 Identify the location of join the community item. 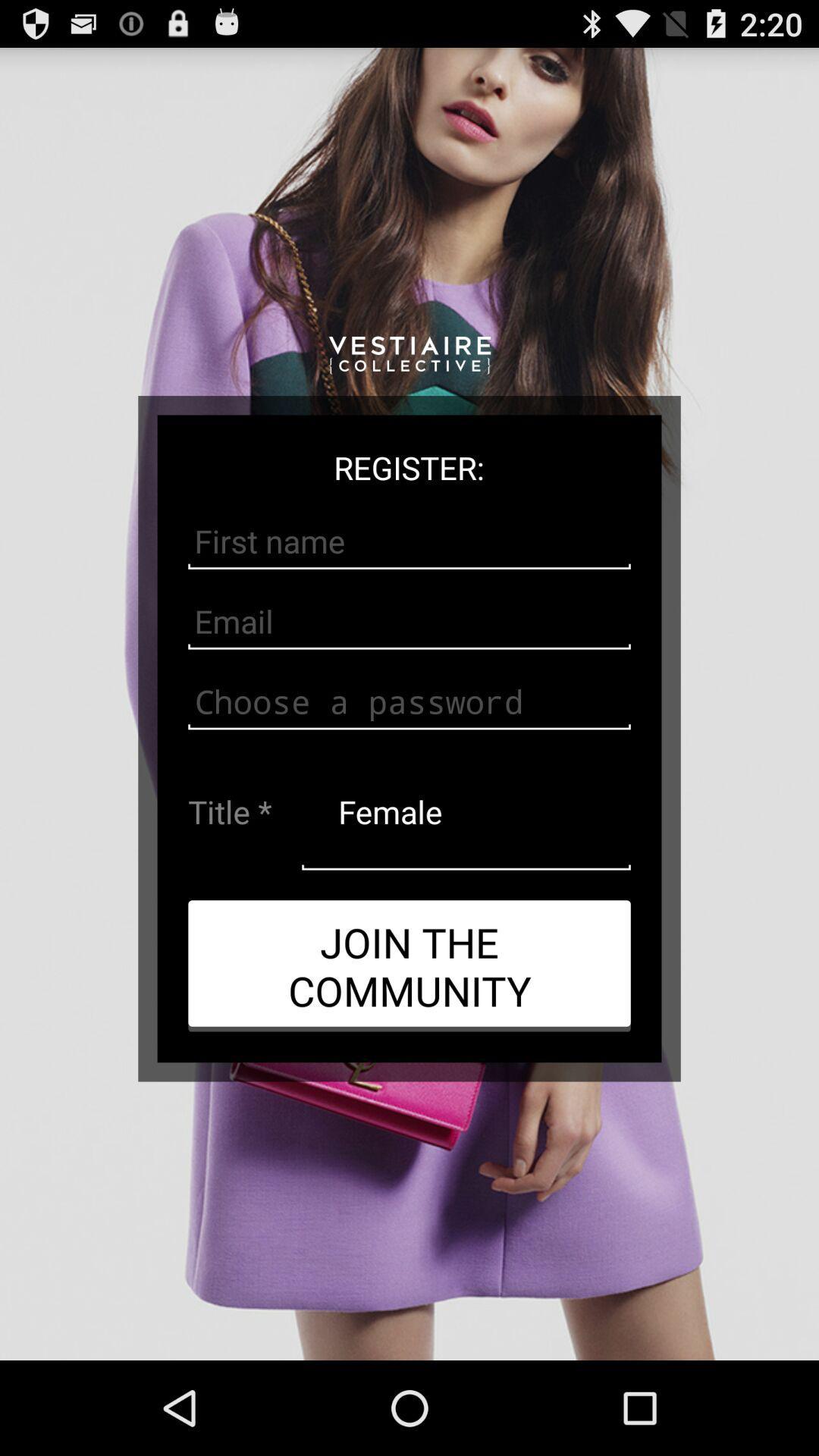
(409, 965).